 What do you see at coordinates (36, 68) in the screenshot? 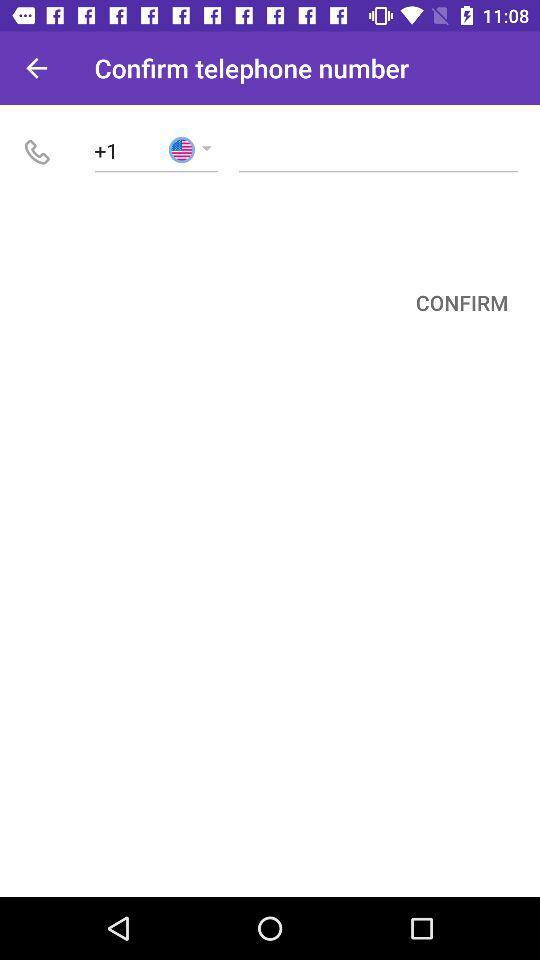
I see `go back` at bounding box center [36, 68].